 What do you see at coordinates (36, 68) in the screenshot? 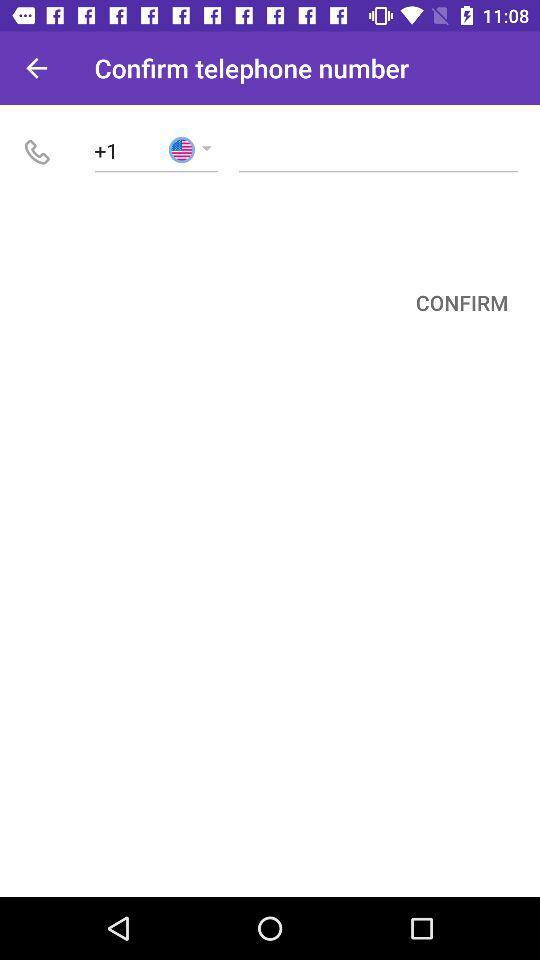
I see `go back` at bounding box center [36, 68].